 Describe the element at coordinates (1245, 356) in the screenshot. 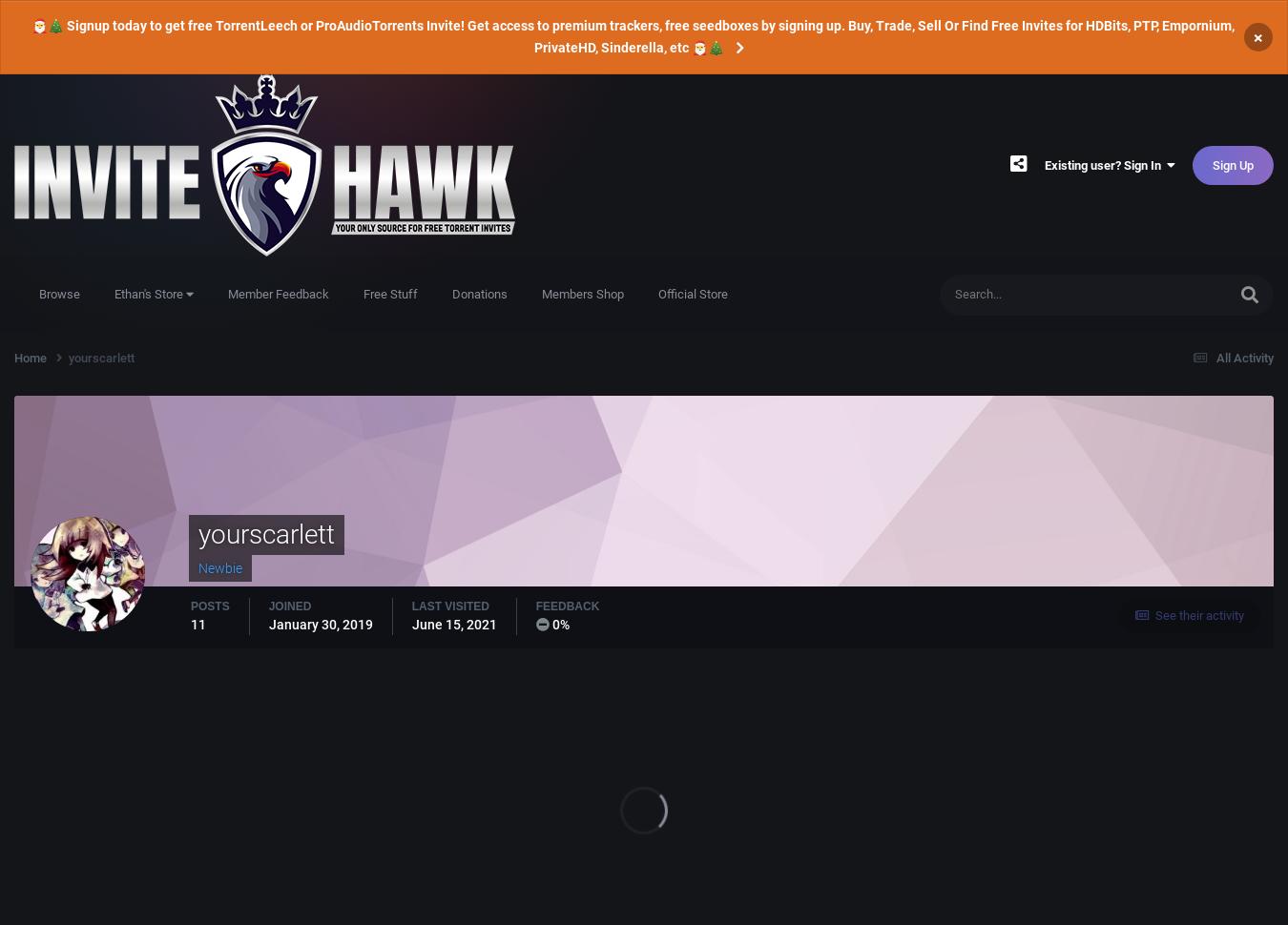

I see `'All Activity'` at that location.